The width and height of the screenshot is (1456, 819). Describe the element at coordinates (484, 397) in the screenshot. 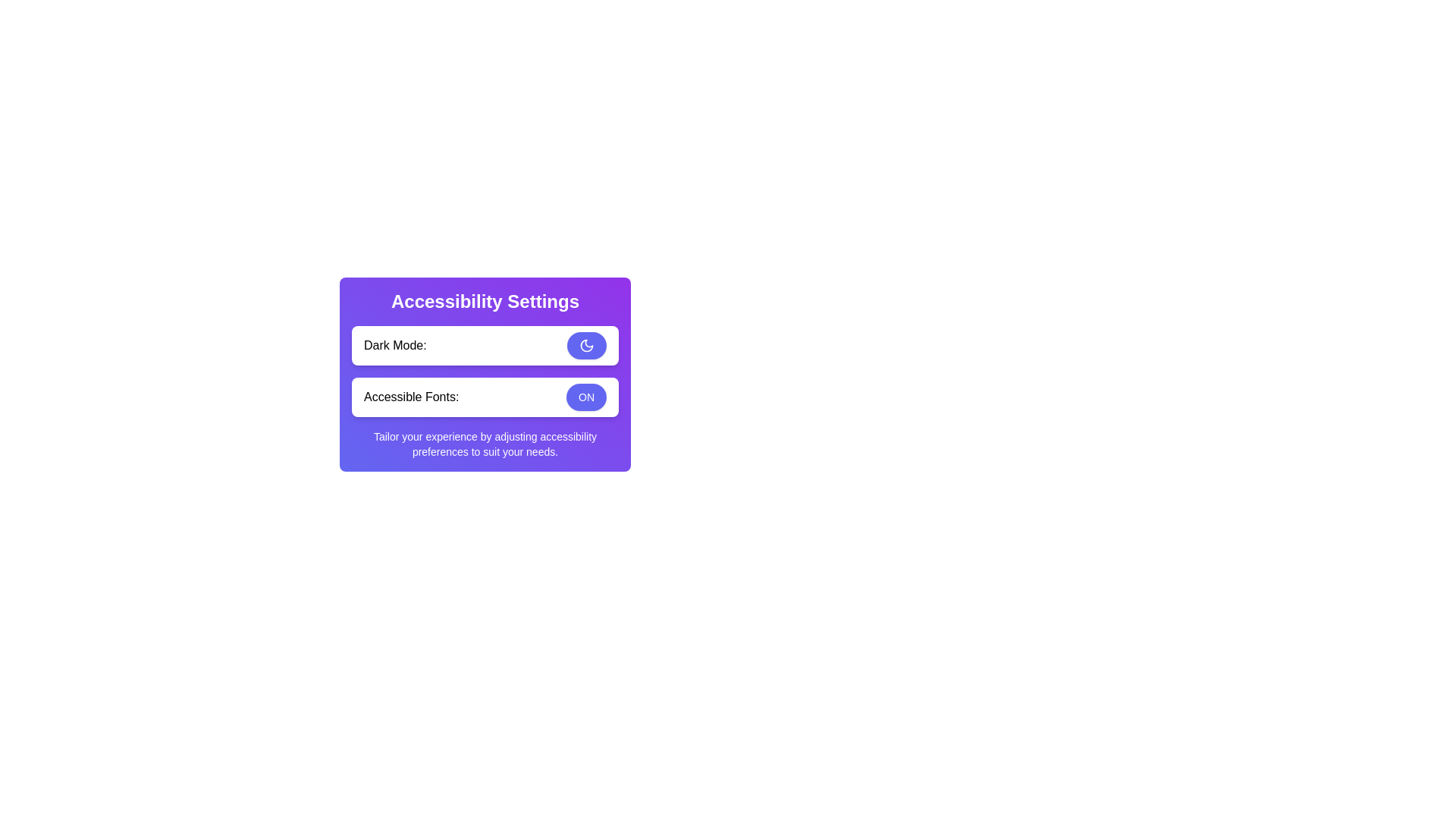

I see `the 'Accessible Fonts' toggle control element within the Accessibility Settings card` at that location.